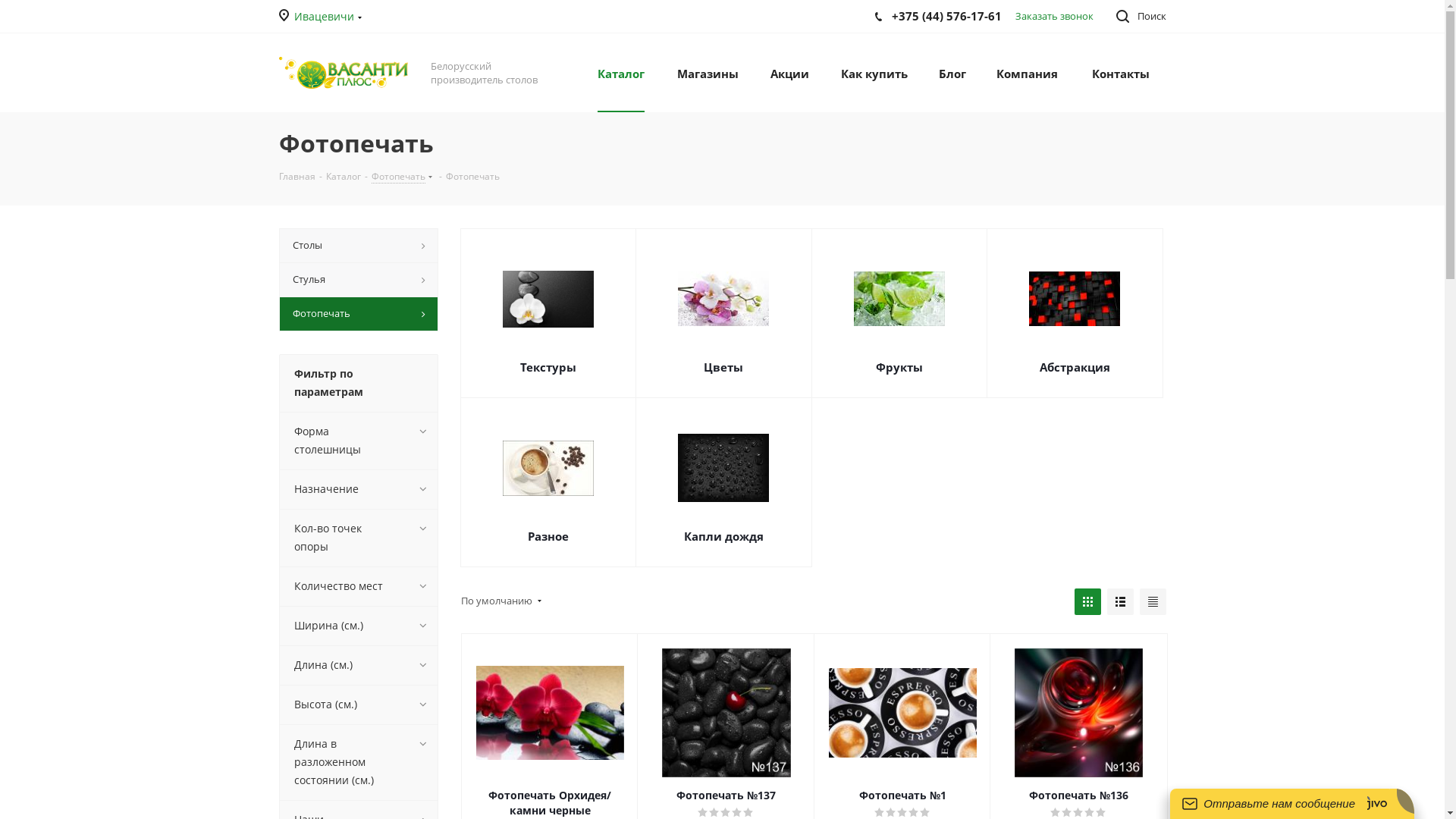  Describe the element at coordinates (742, 812) in the screenshot. I see `'5'` at that location.